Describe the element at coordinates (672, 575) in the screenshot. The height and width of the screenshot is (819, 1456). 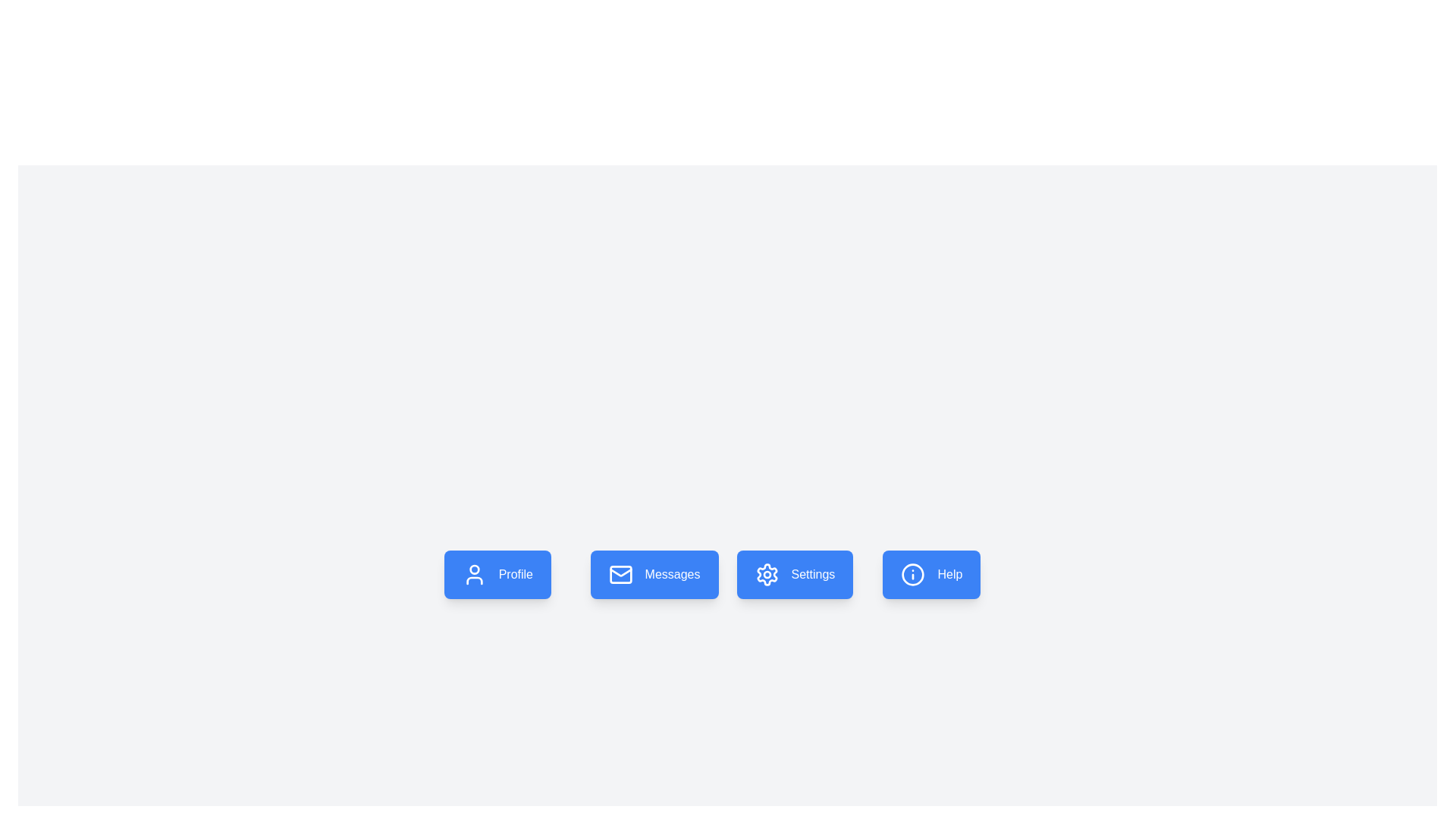
I see `the text label within the second button from the left in the horizontal menu bar` at that location.